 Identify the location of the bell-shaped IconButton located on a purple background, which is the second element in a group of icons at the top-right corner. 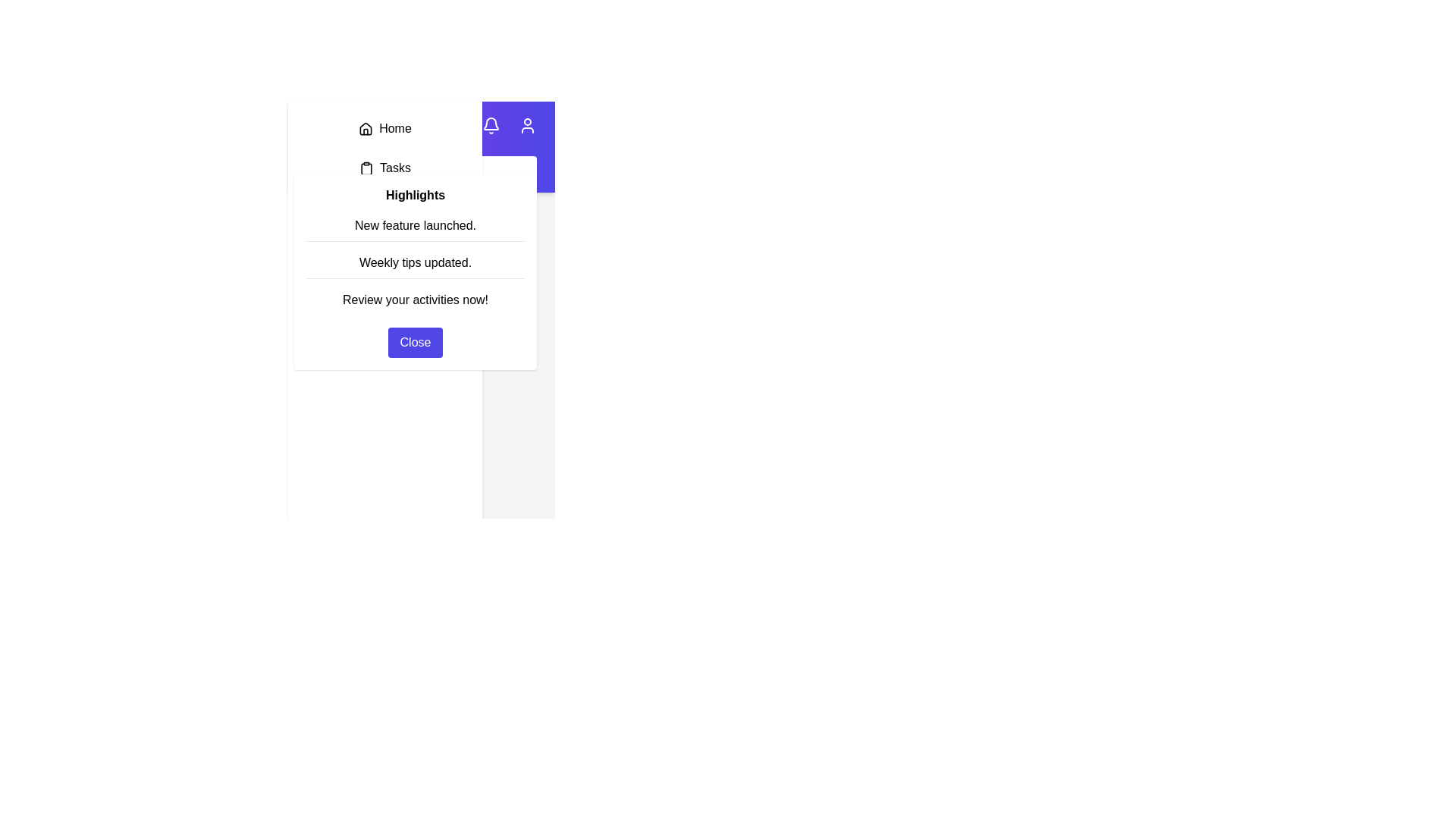
(491, 124).